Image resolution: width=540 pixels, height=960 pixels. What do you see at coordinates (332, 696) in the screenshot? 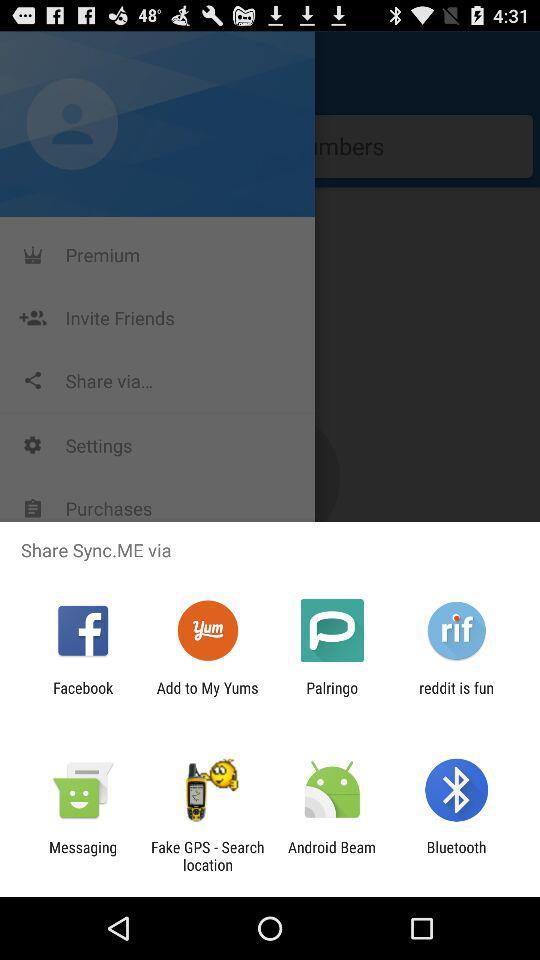
I see `palringo item` at bounding box center [332, 696].